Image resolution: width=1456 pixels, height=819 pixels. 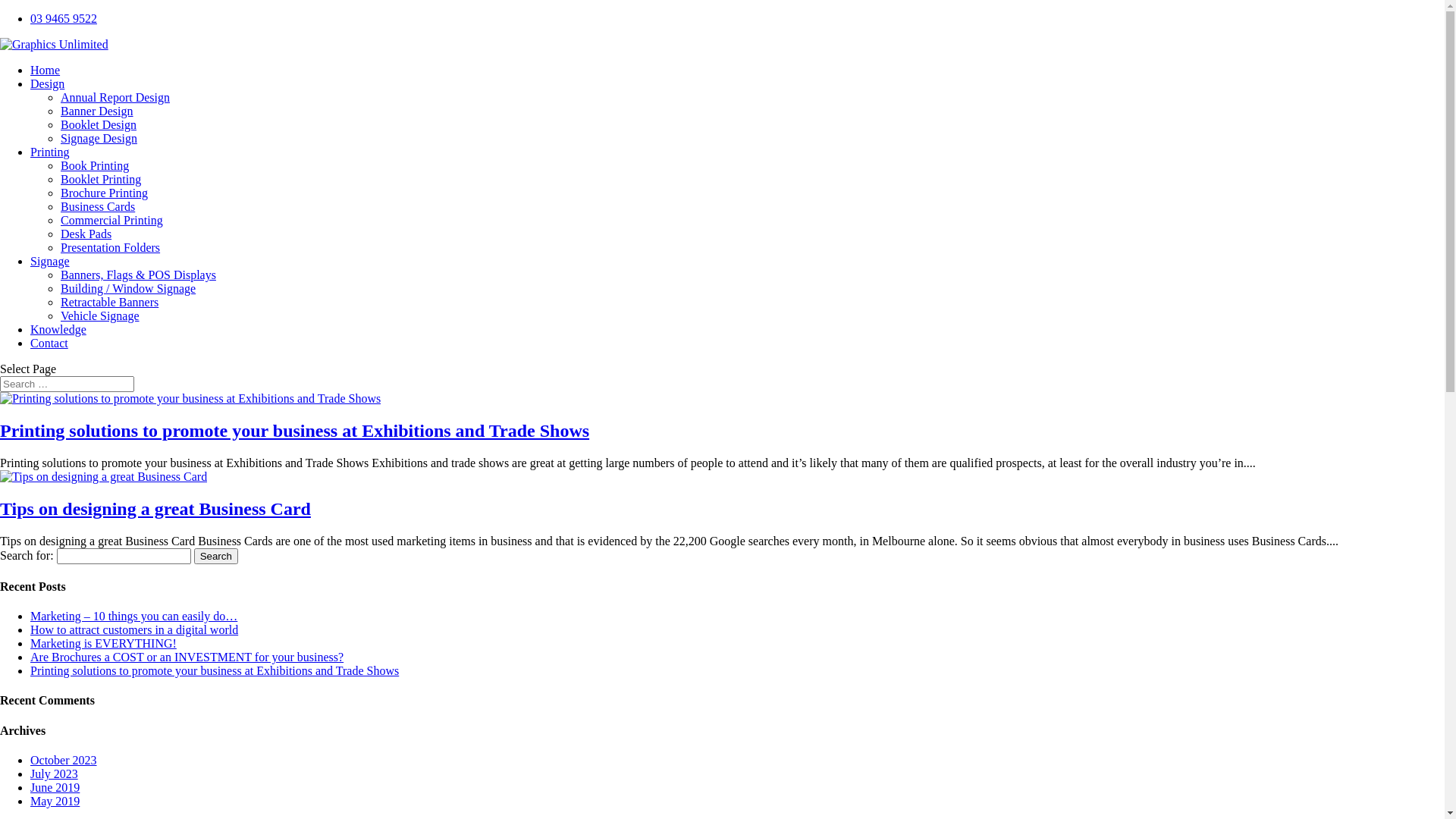 I want to click on 'Printing', so click(x=50, y=152).